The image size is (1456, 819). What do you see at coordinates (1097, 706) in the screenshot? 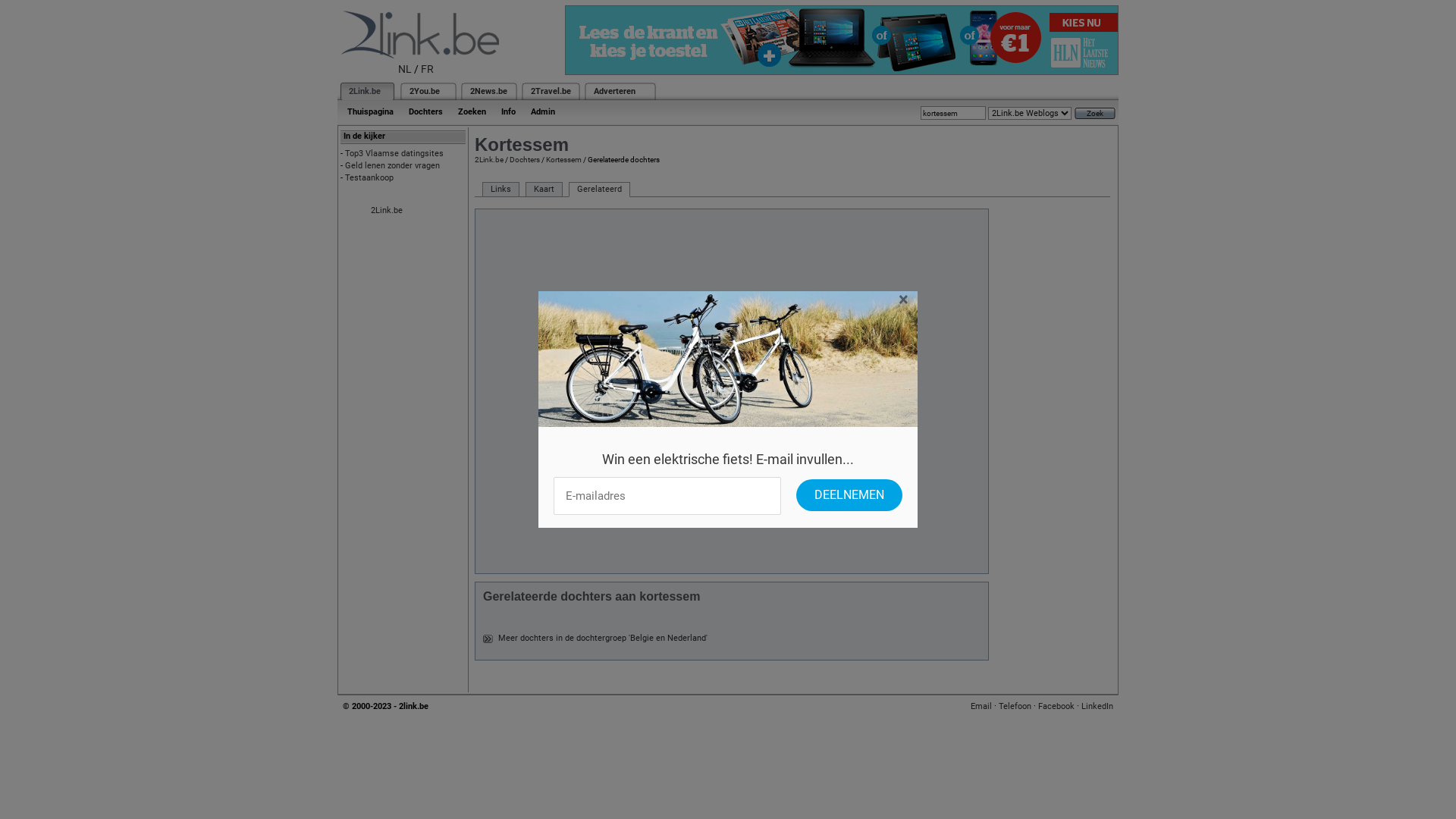
I see `'LinkedIn'` at bounding box center [1097, 706].